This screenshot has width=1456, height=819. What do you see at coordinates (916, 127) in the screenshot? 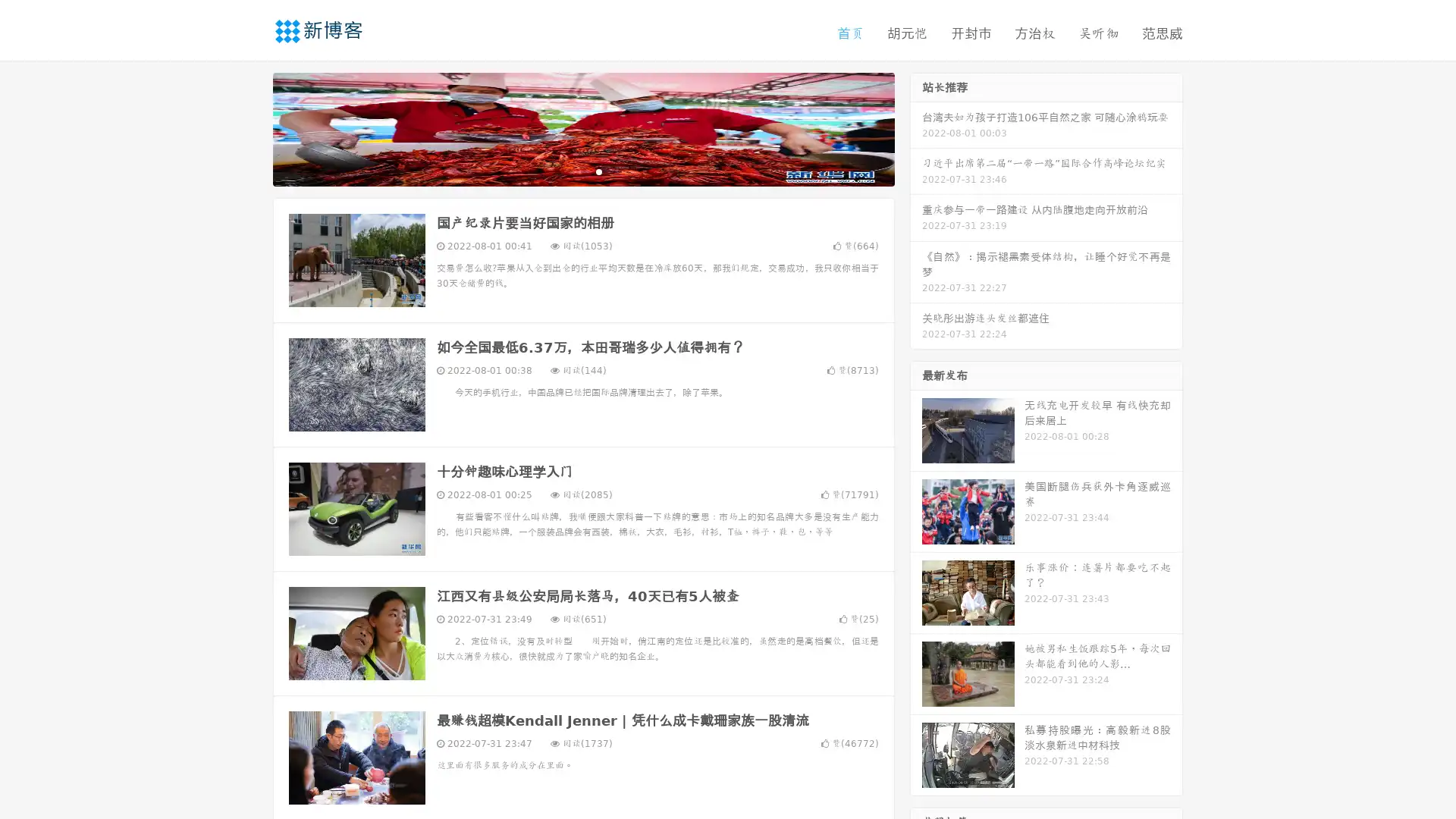
I see `Next slide` at bounding box center [916, 127].